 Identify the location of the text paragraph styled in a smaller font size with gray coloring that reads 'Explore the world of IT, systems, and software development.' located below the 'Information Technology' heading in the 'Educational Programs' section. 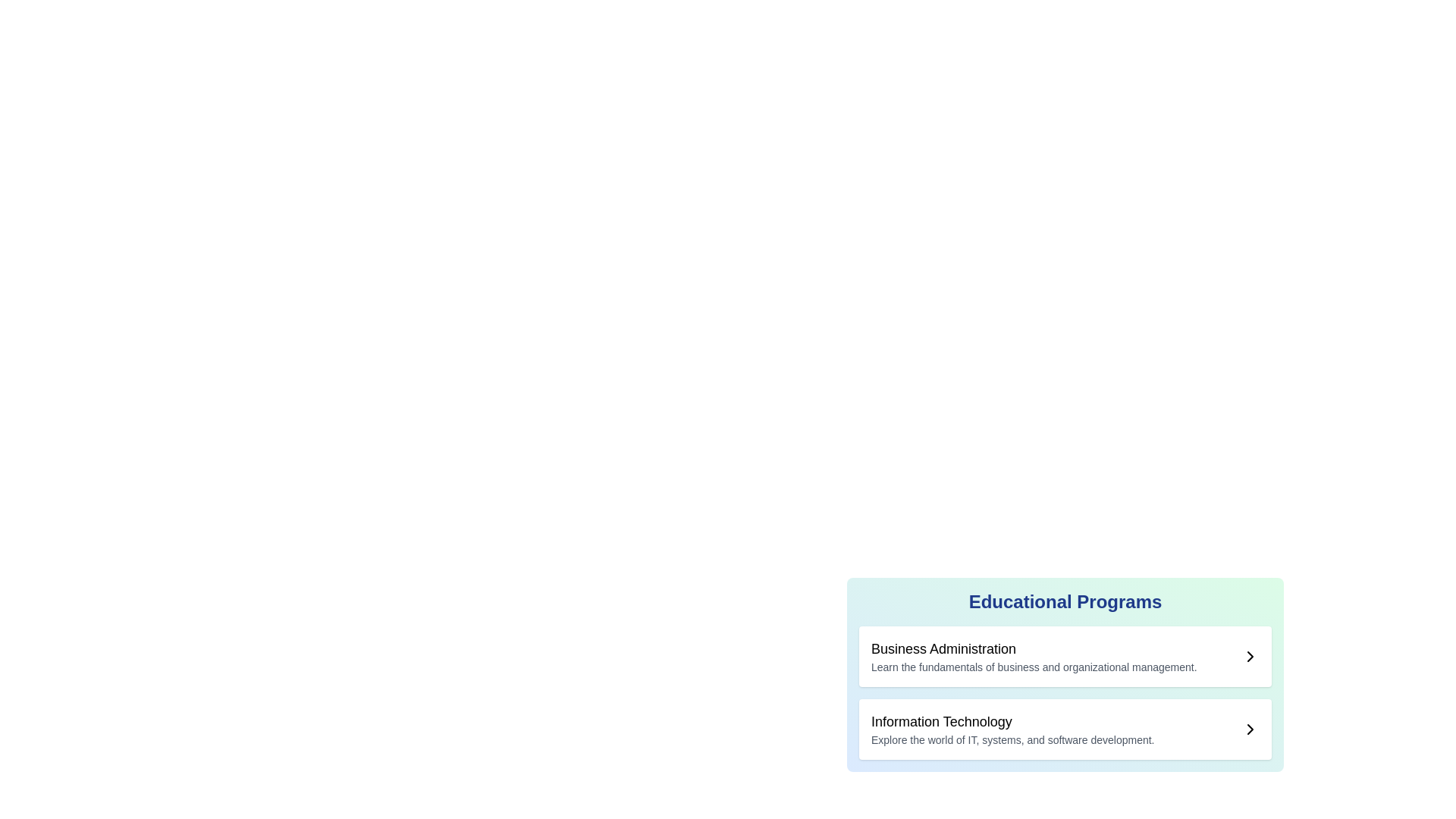
(1012, 739).